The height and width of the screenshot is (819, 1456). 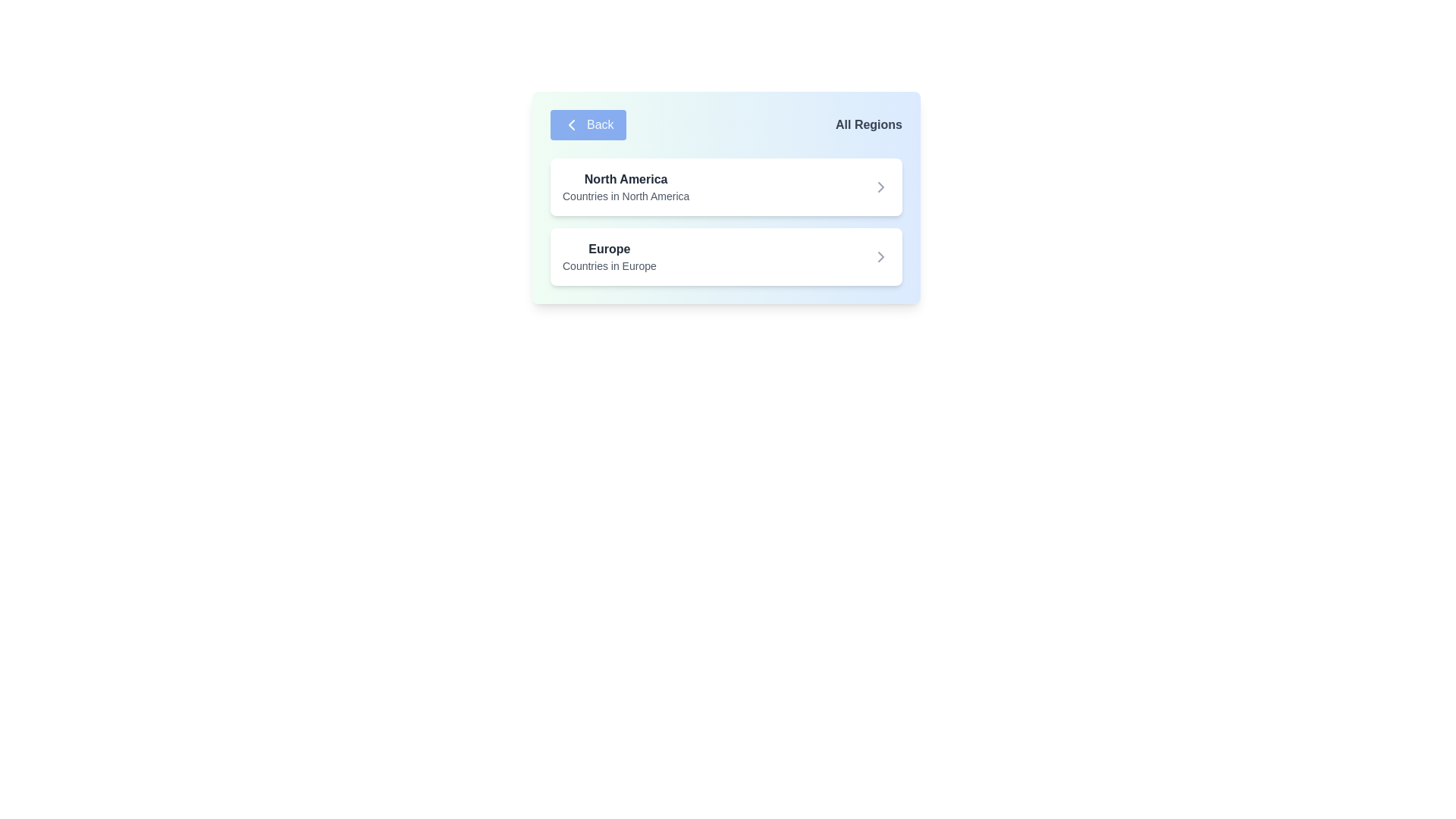 I want to click on the Chevron icon on the 'Europe' option, so click(x=880, y=256).